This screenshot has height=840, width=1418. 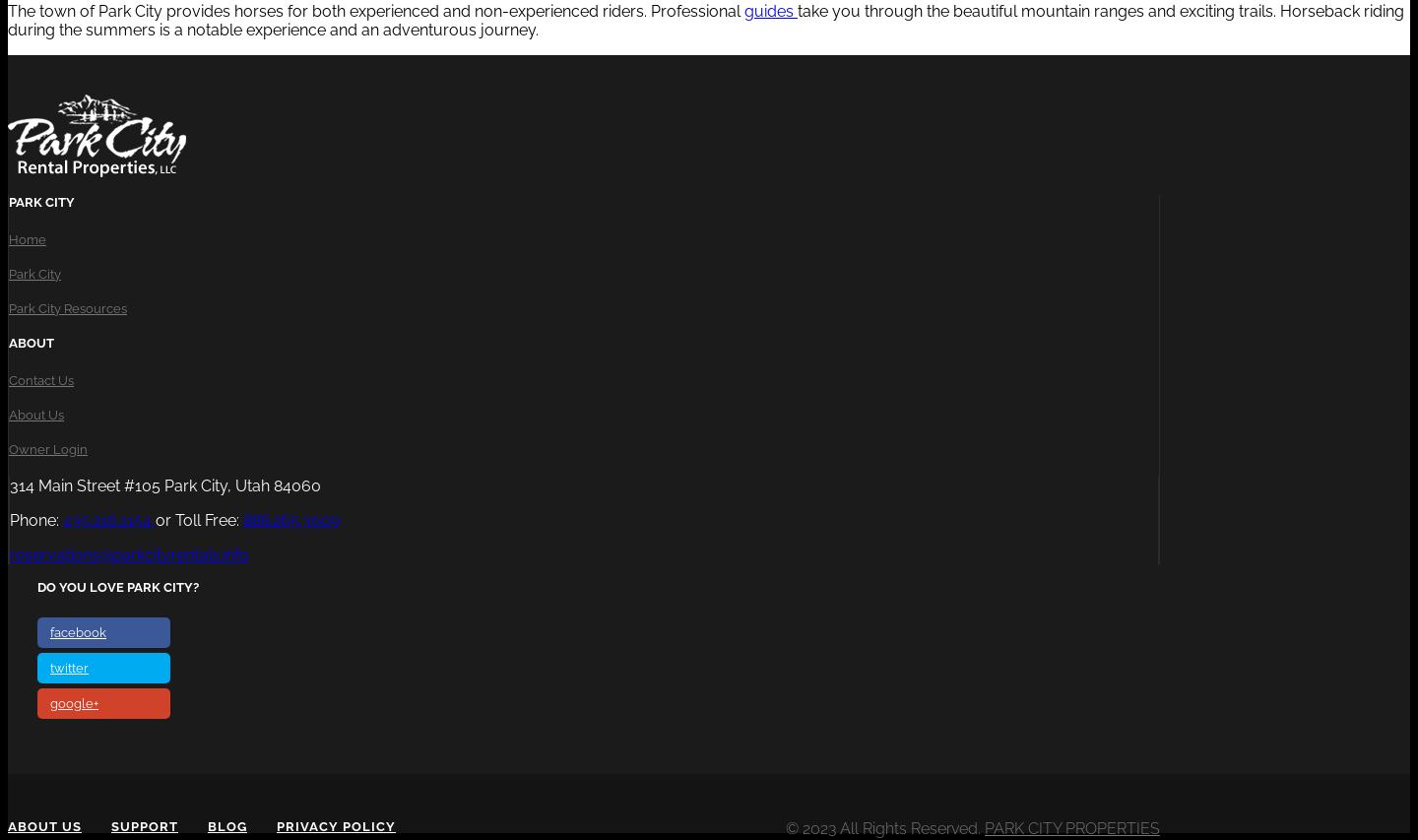 I want to click on 'About Us', so click(x=35, y=413).